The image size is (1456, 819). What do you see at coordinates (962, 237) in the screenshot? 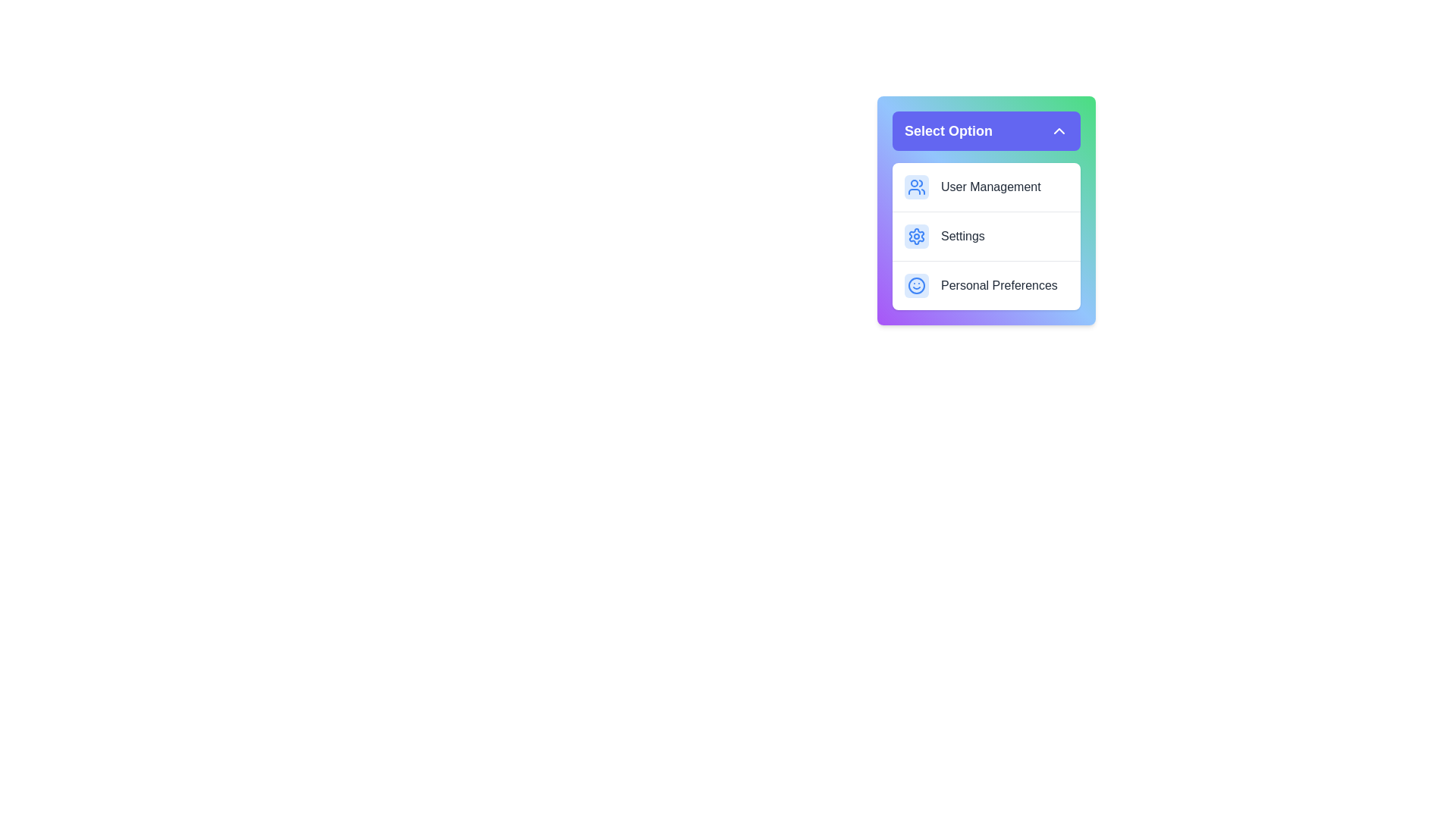
I see `the 'Settings' label in the dropdown menu` at bounding box center [962, 237].